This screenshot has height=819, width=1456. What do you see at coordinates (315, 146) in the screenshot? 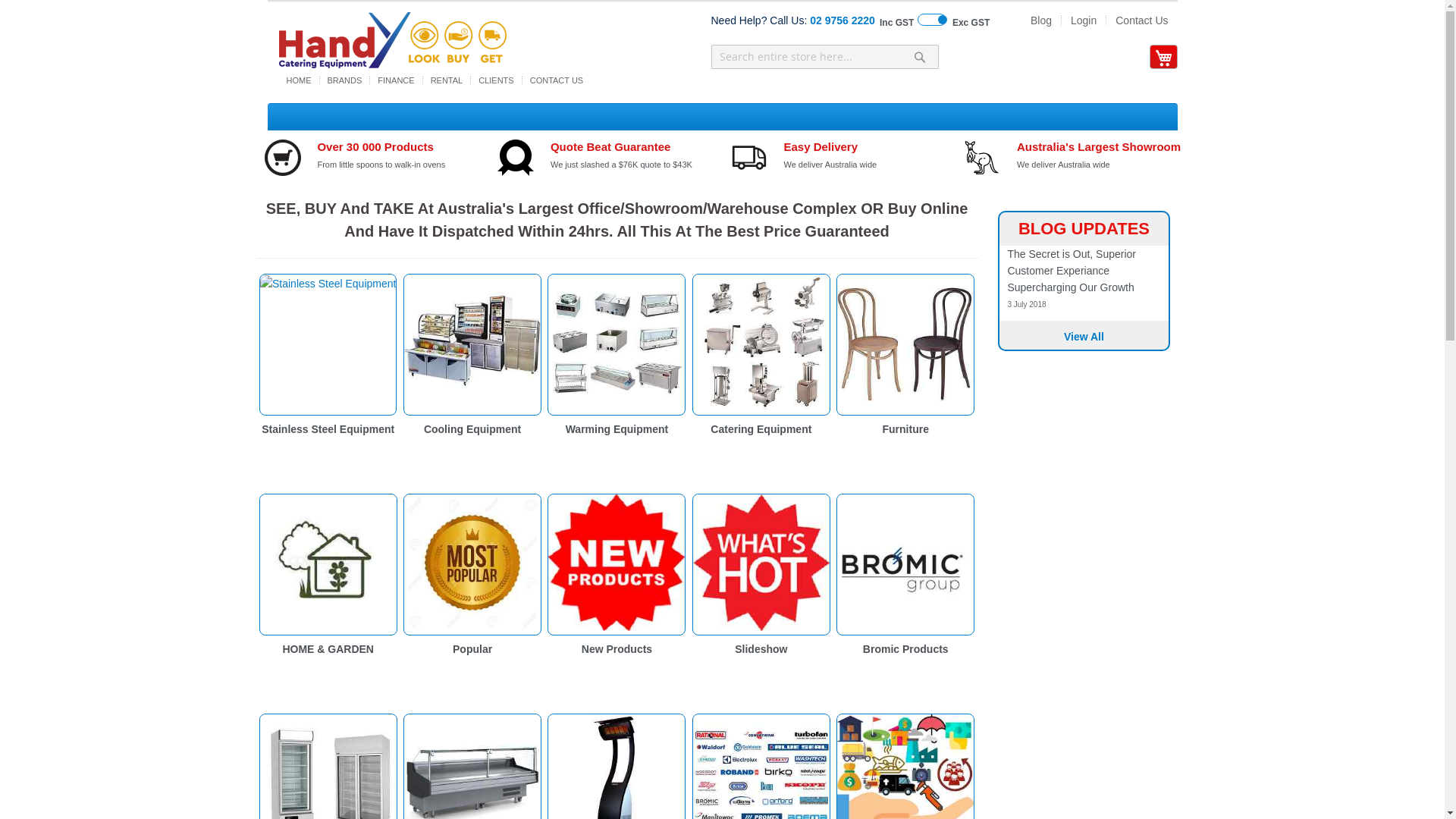
I see `'Over 30 000 Products'` at bounding box center [315, 146].